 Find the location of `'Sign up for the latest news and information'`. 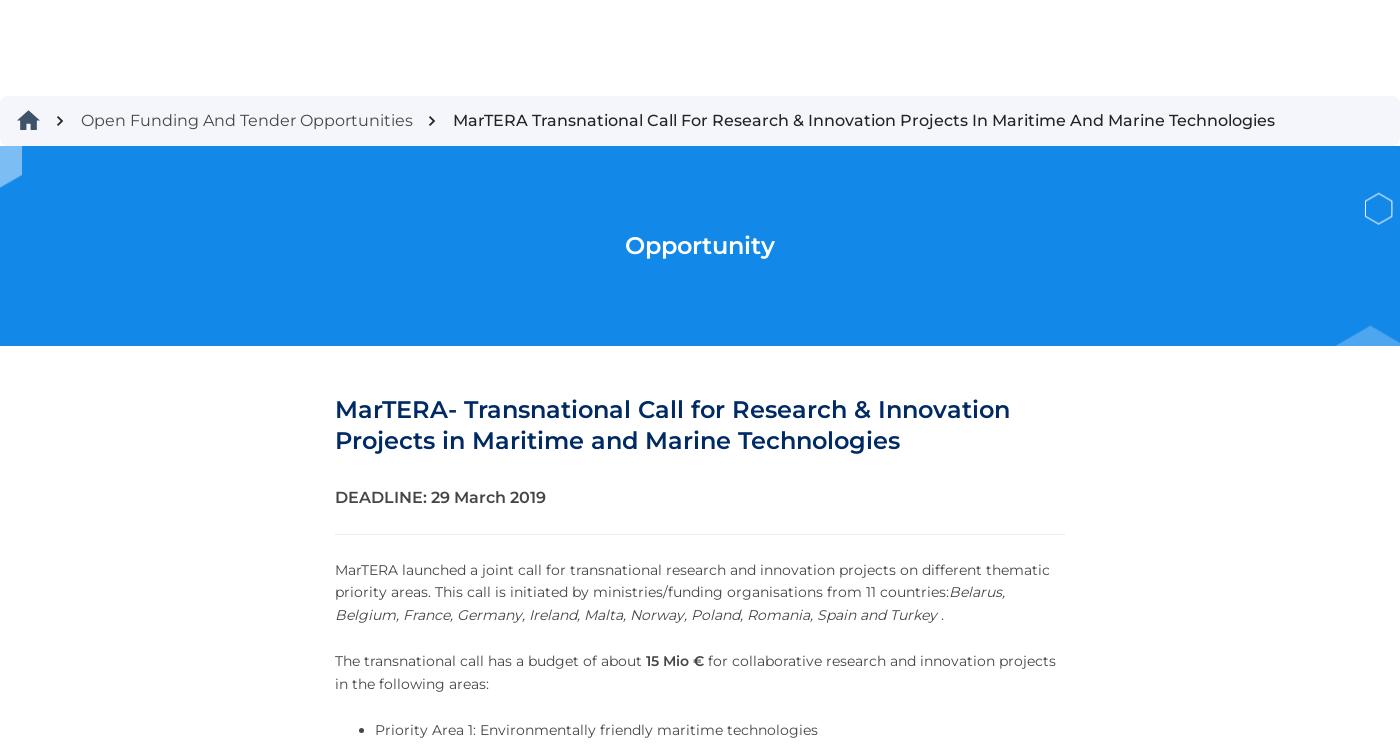

'Sign up for the latest news and information' is located at coordinates (1184, 376).